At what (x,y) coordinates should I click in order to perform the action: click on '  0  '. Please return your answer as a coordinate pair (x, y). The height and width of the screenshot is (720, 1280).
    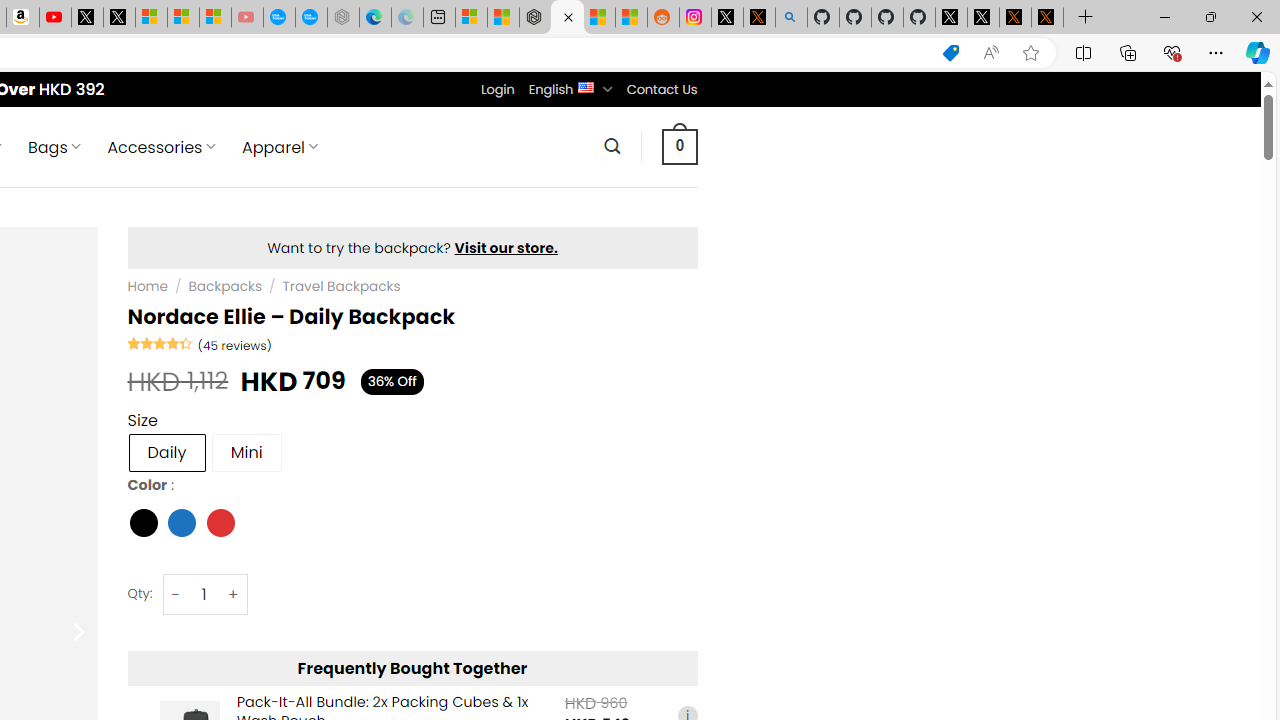
    Looking at the image, I should click on (679, 145).